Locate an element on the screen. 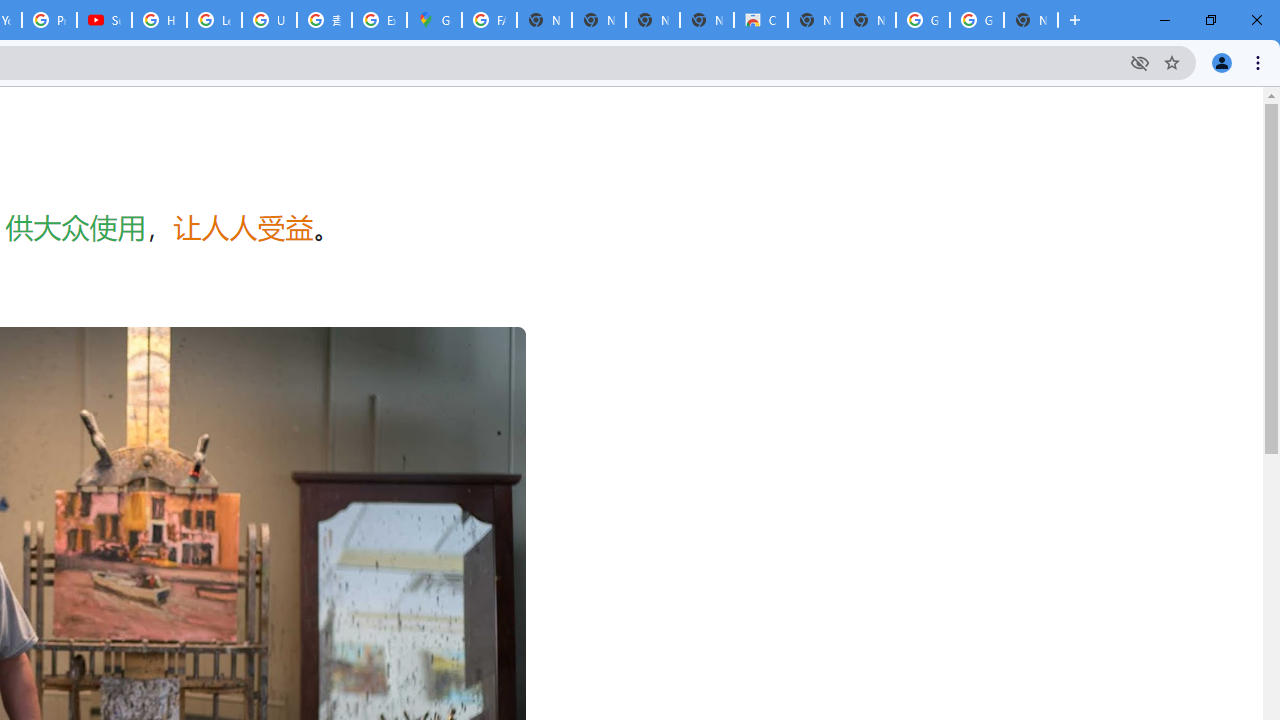  'Chrome Web Store' is located at coordinates (759, 20).